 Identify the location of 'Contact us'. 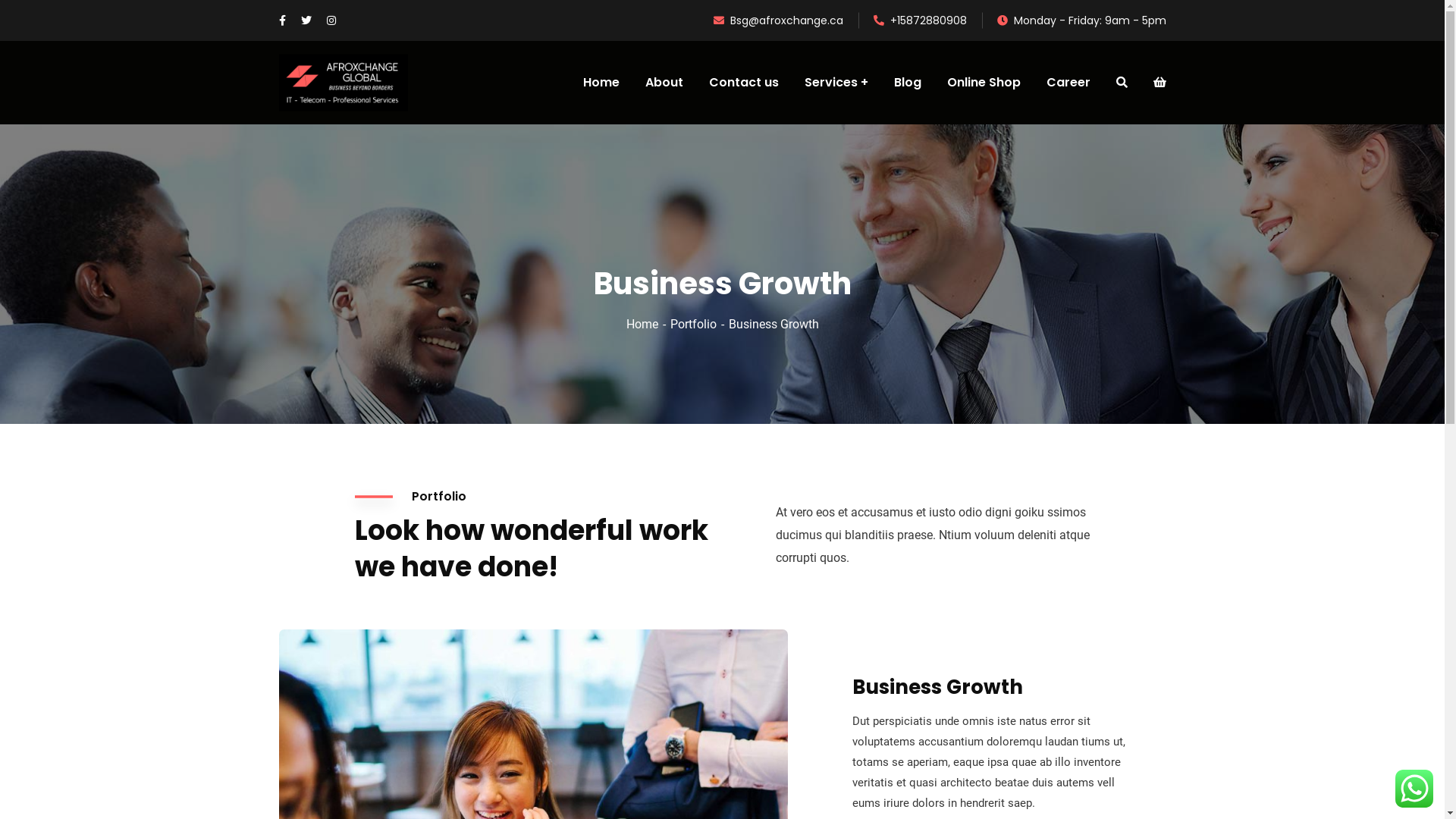
(742, 82).